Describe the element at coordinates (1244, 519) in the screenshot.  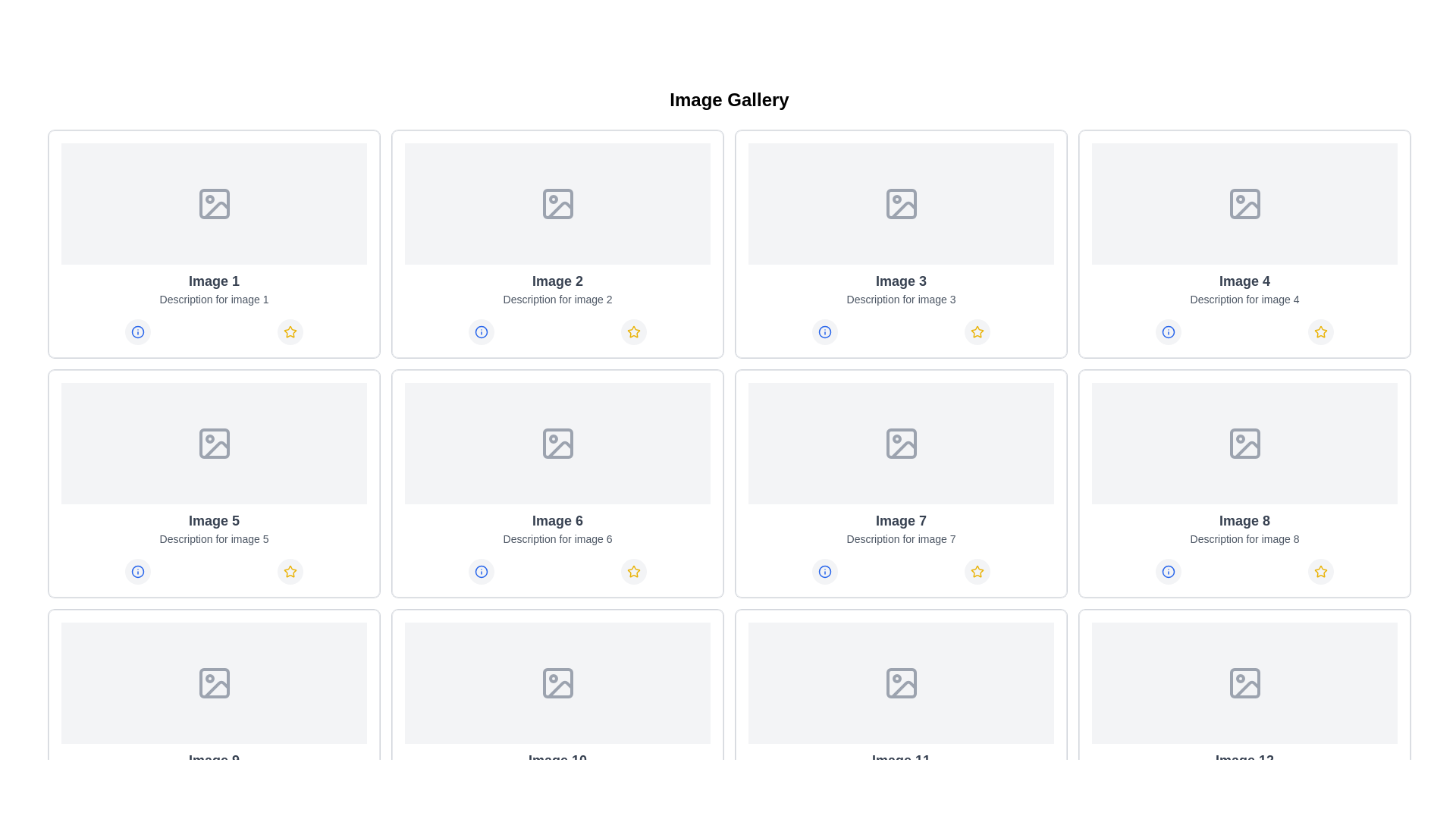
I see `the static text label identifying it as 'Image 8' in the gallery interface, located in the third row and fourth column of the grid layout` at that location.